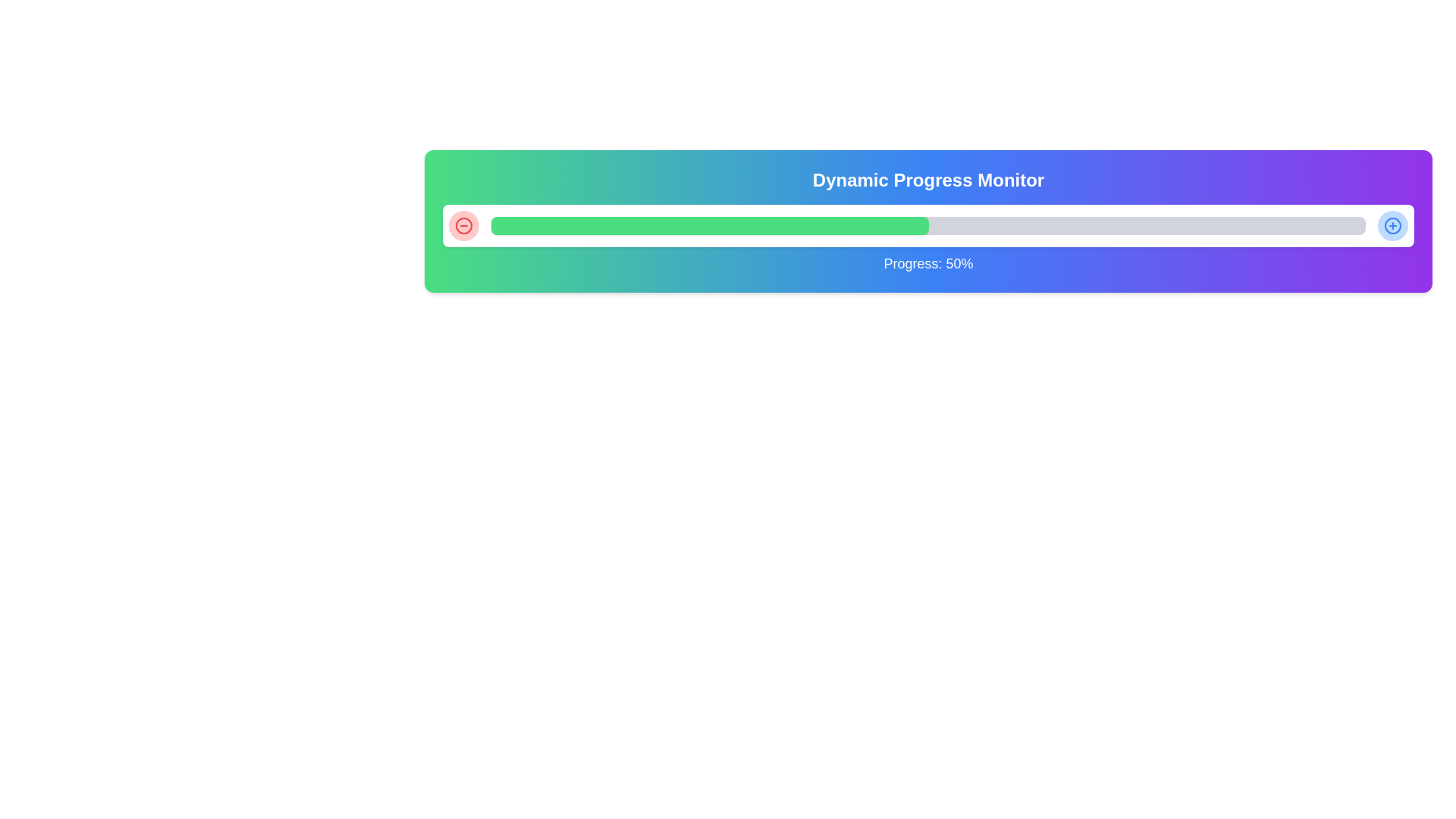  I want to click on properties of the circular red button with a minus icon located to the far left of the progress bar, so click(463, 225).